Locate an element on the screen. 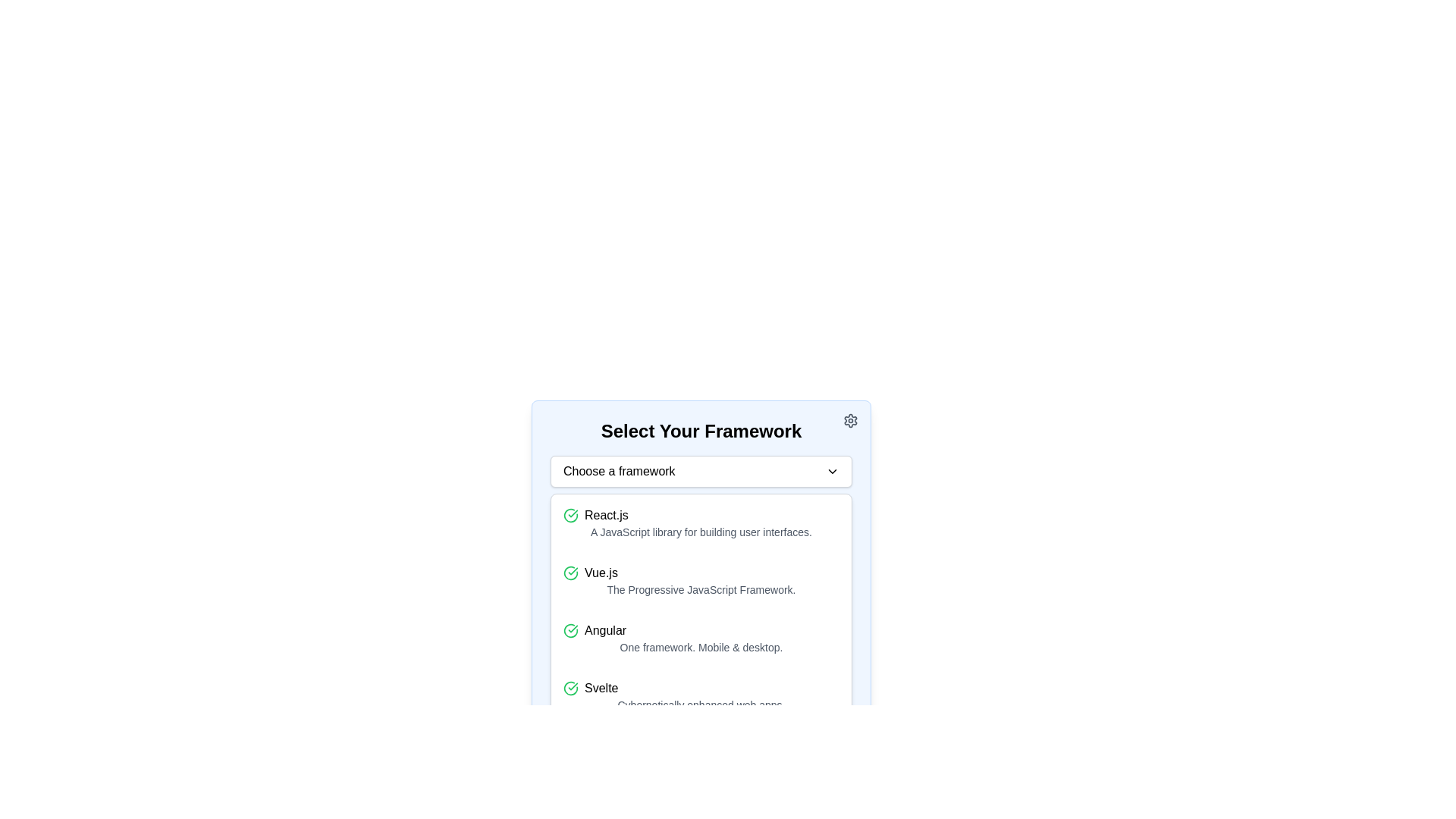  the icon button resembling a gray cogwheel located is located at coordinates (851, 421).